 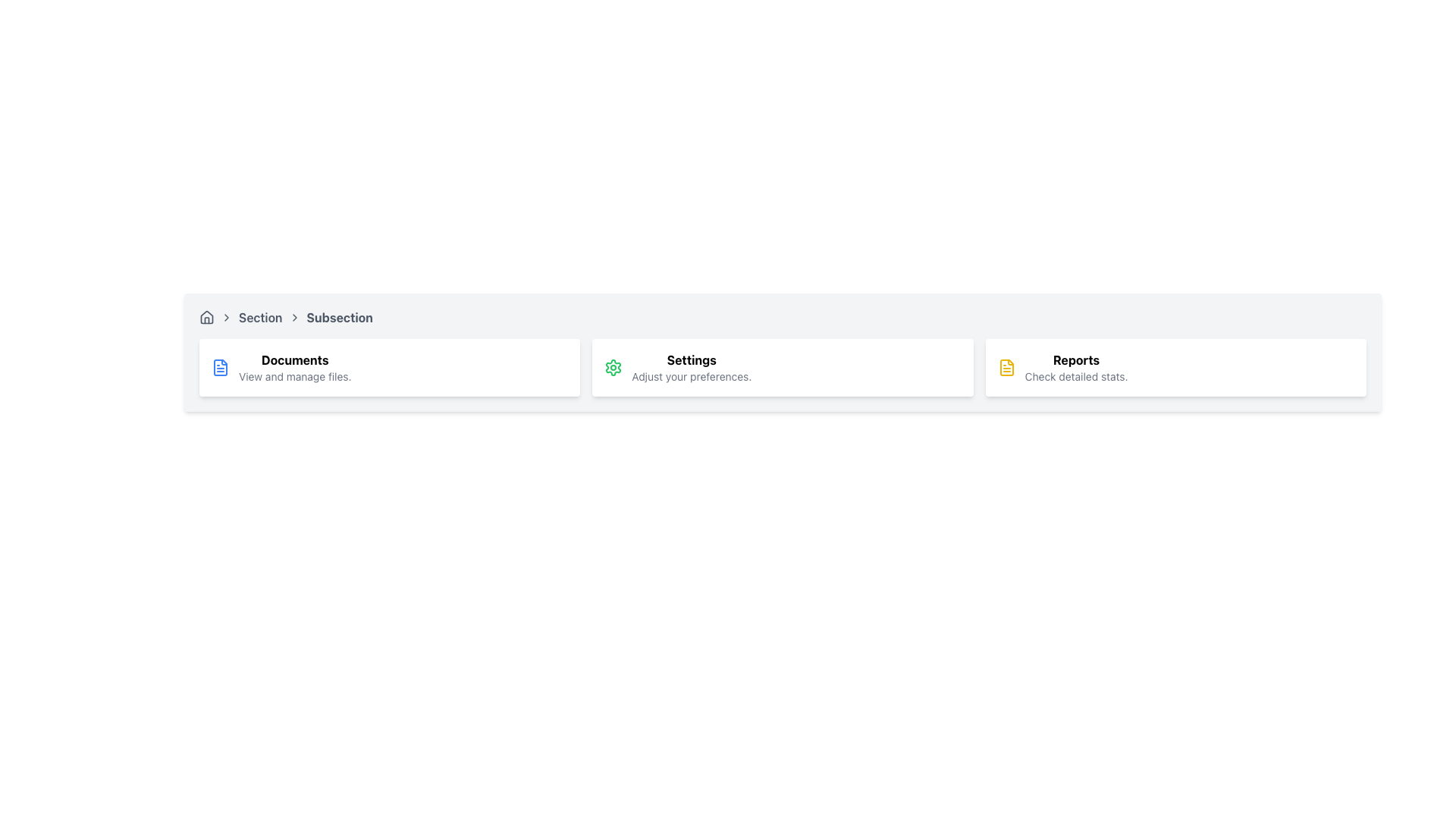 I want to click on the document icon located at the top-left position within the 'Documents' card, which visually represents a 'document' or 'file', so click(x=220, y=368).